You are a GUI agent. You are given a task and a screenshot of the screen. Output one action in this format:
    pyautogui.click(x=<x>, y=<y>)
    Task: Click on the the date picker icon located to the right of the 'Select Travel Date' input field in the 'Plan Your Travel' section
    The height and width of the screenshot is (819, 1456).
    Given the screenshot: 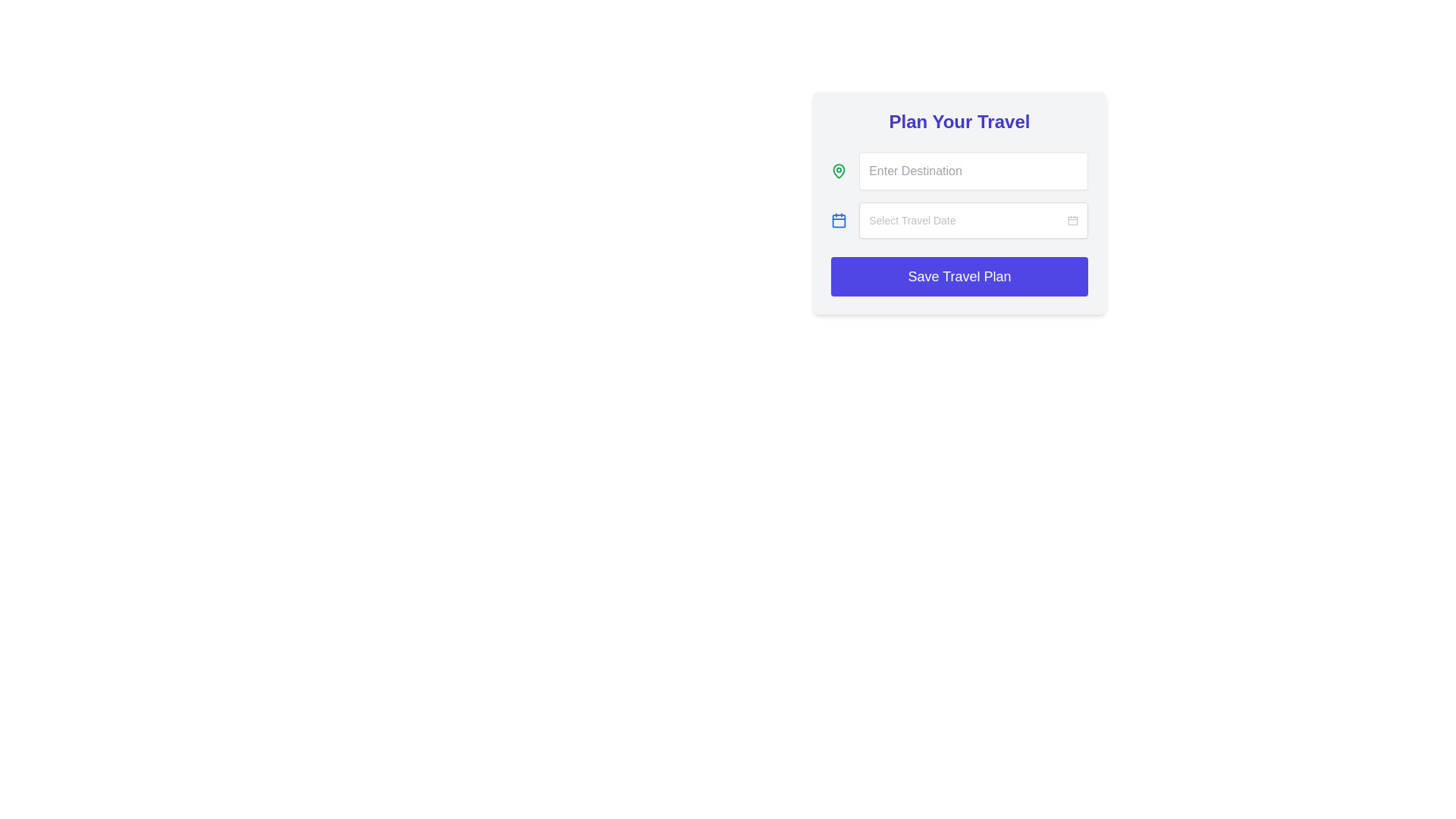 What is the action you would take?
    pyautogui.click(x=1072, y=220)
    